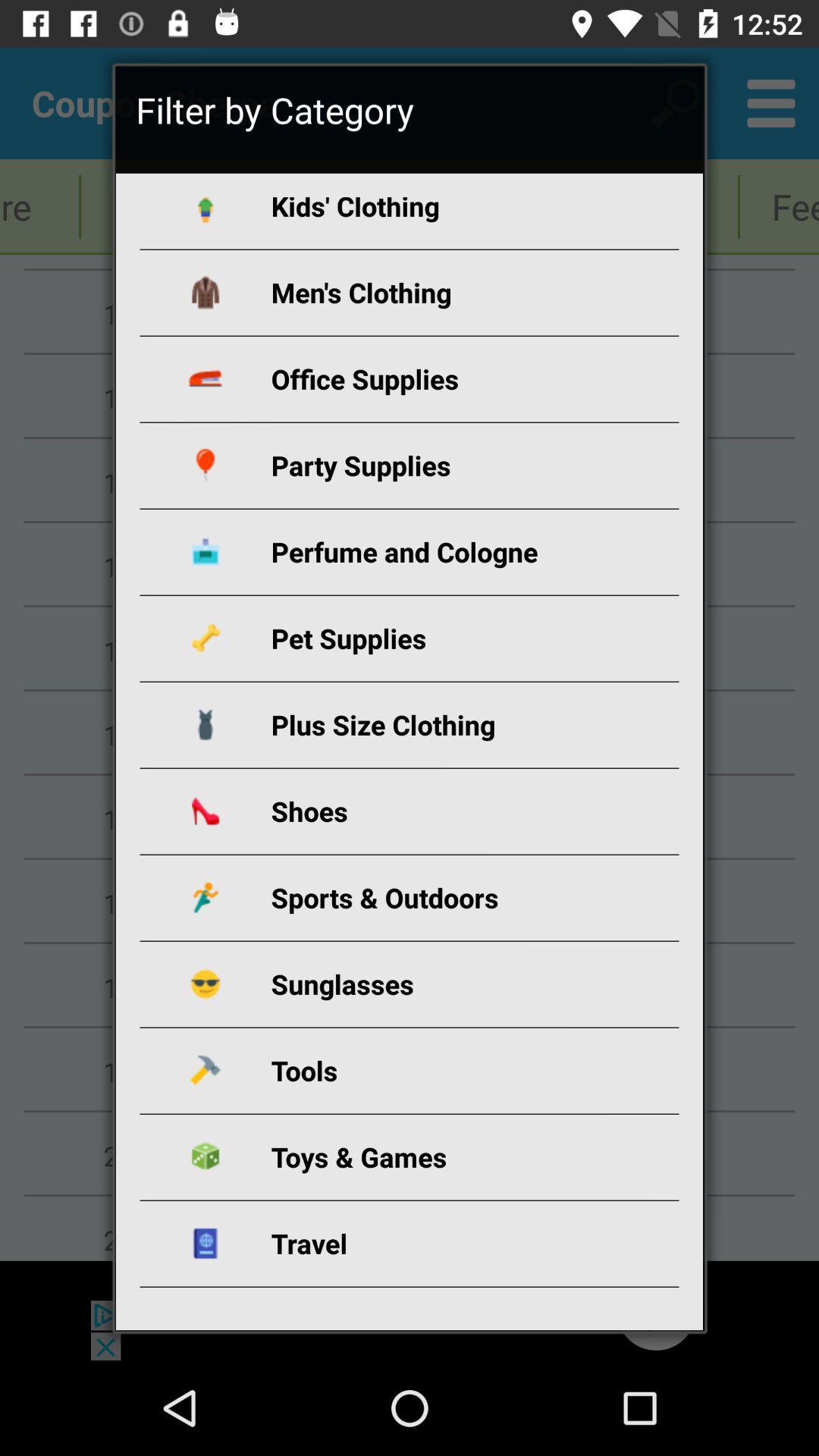  I want to click on app below the toys & games item, so click(427, 1243).